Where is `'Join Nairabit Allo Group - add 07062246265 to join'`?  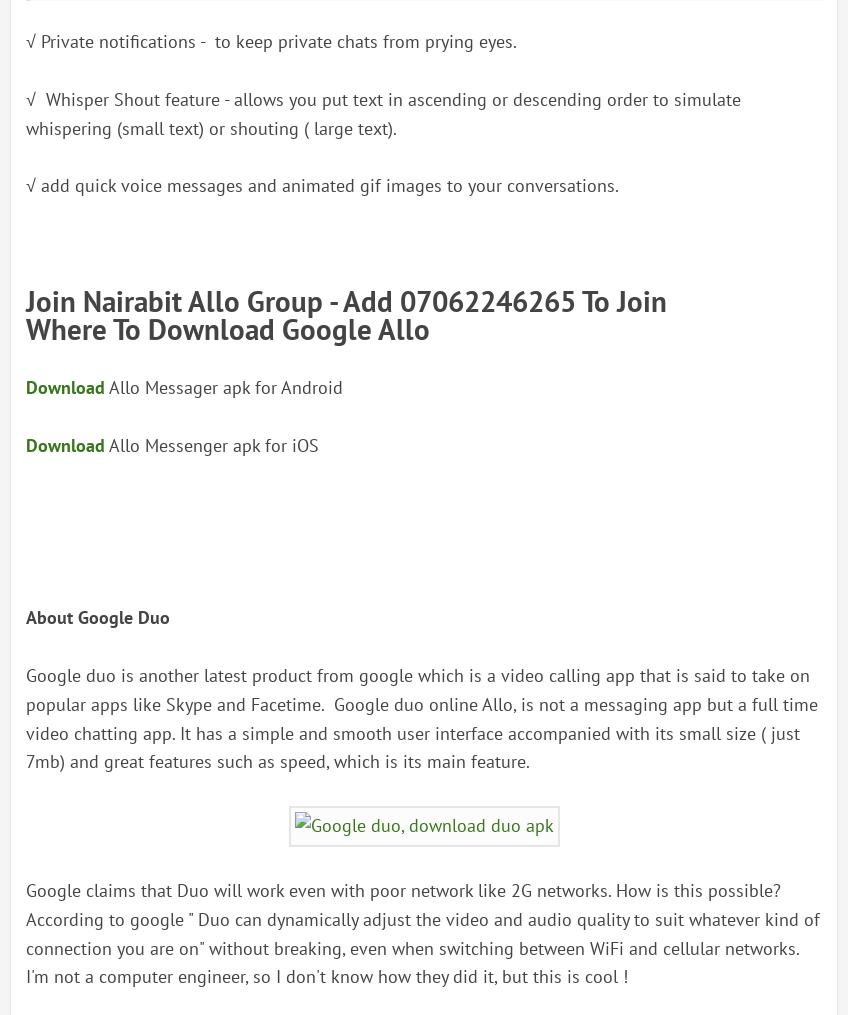
'Join Nairabit Allo Group - add 07062246265 to join' is located at coordinates (345, 299).